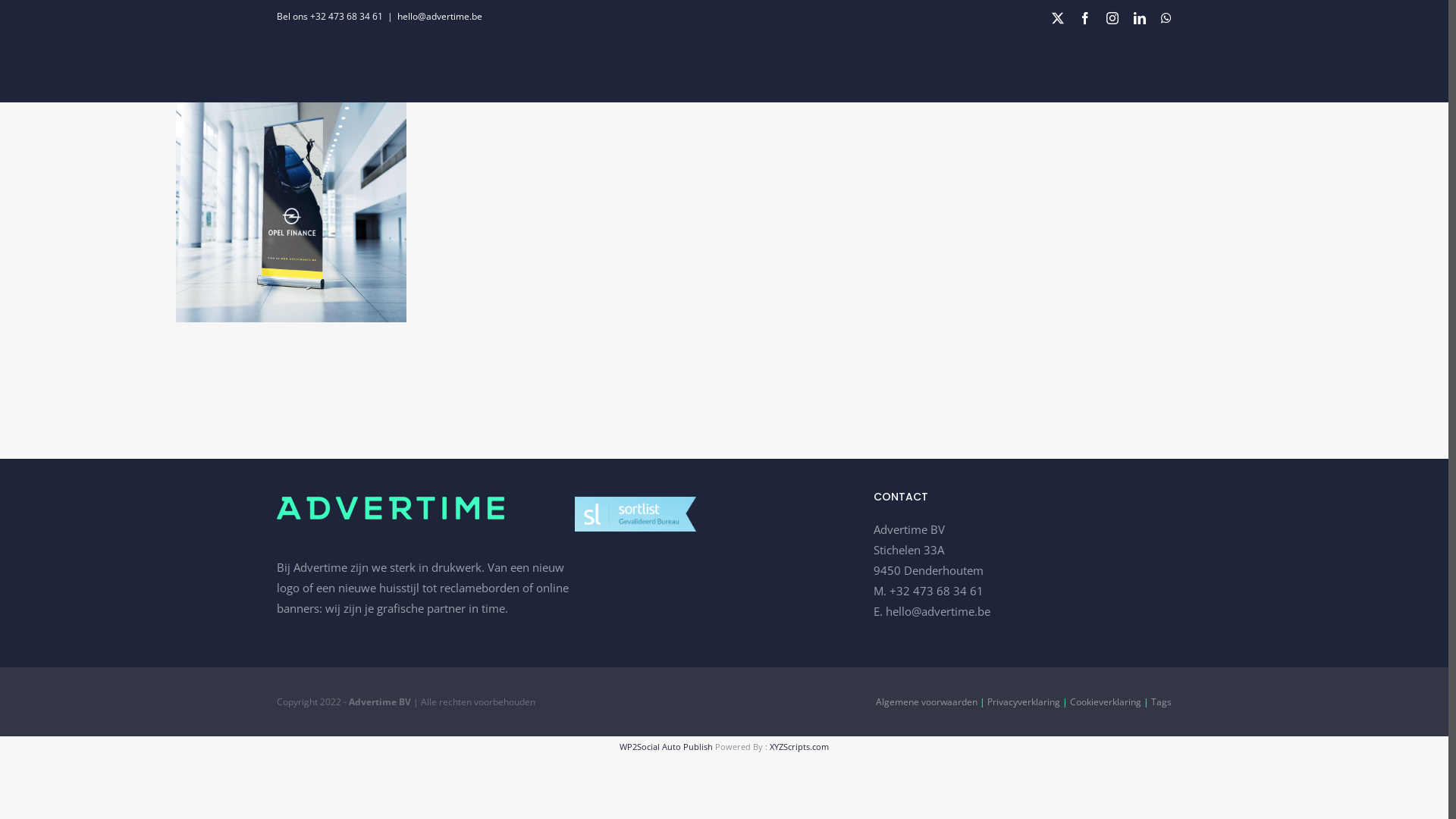 The height and width of the screenshot is (819, 1456). Describe the element at coordinates (662, 65) in the screenshot. I see `'NIEUWS'` at that location.